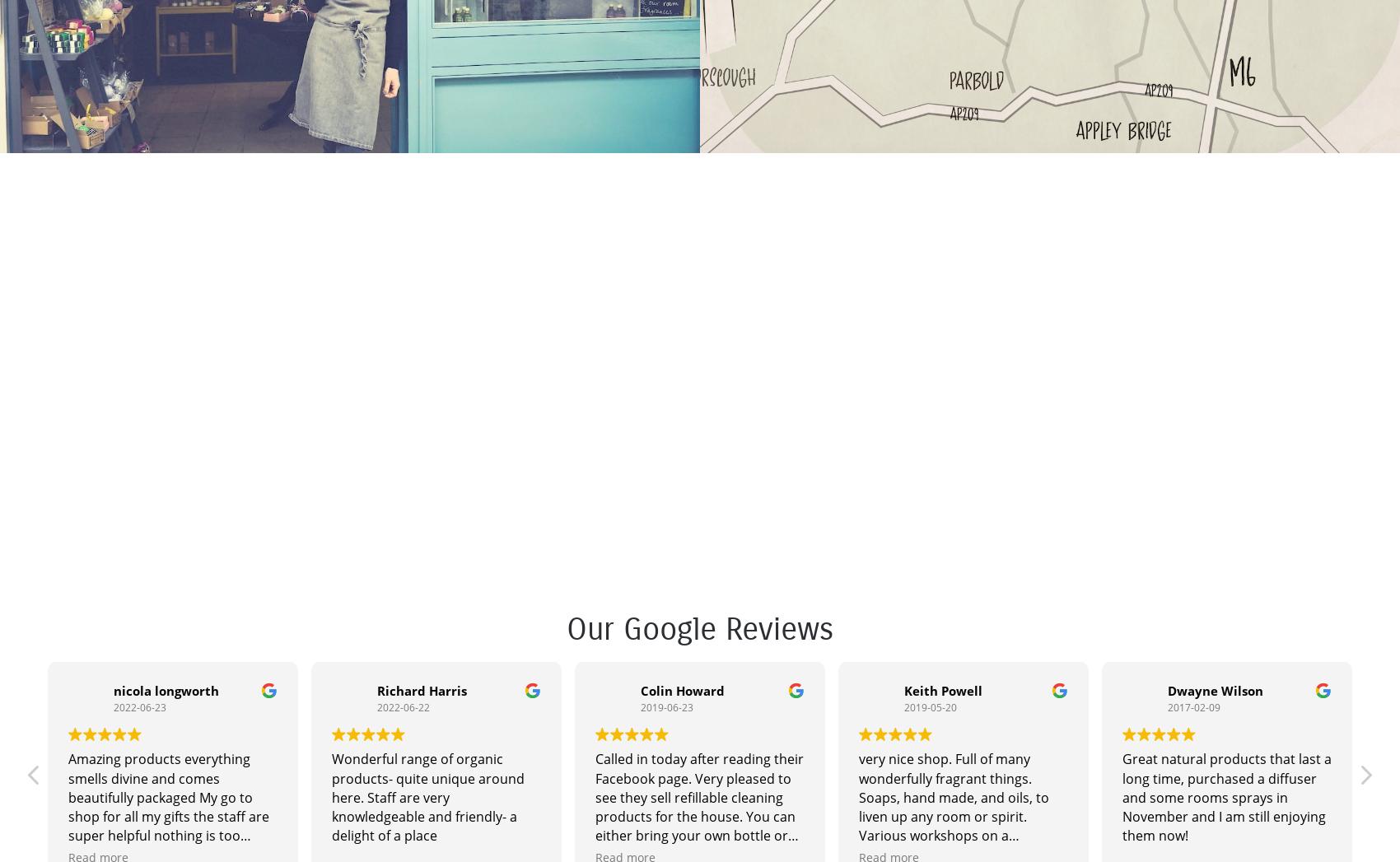  Describe the element at coordinates (681, 690) in the screenshot. I see `'Colin Howard'` at that location.